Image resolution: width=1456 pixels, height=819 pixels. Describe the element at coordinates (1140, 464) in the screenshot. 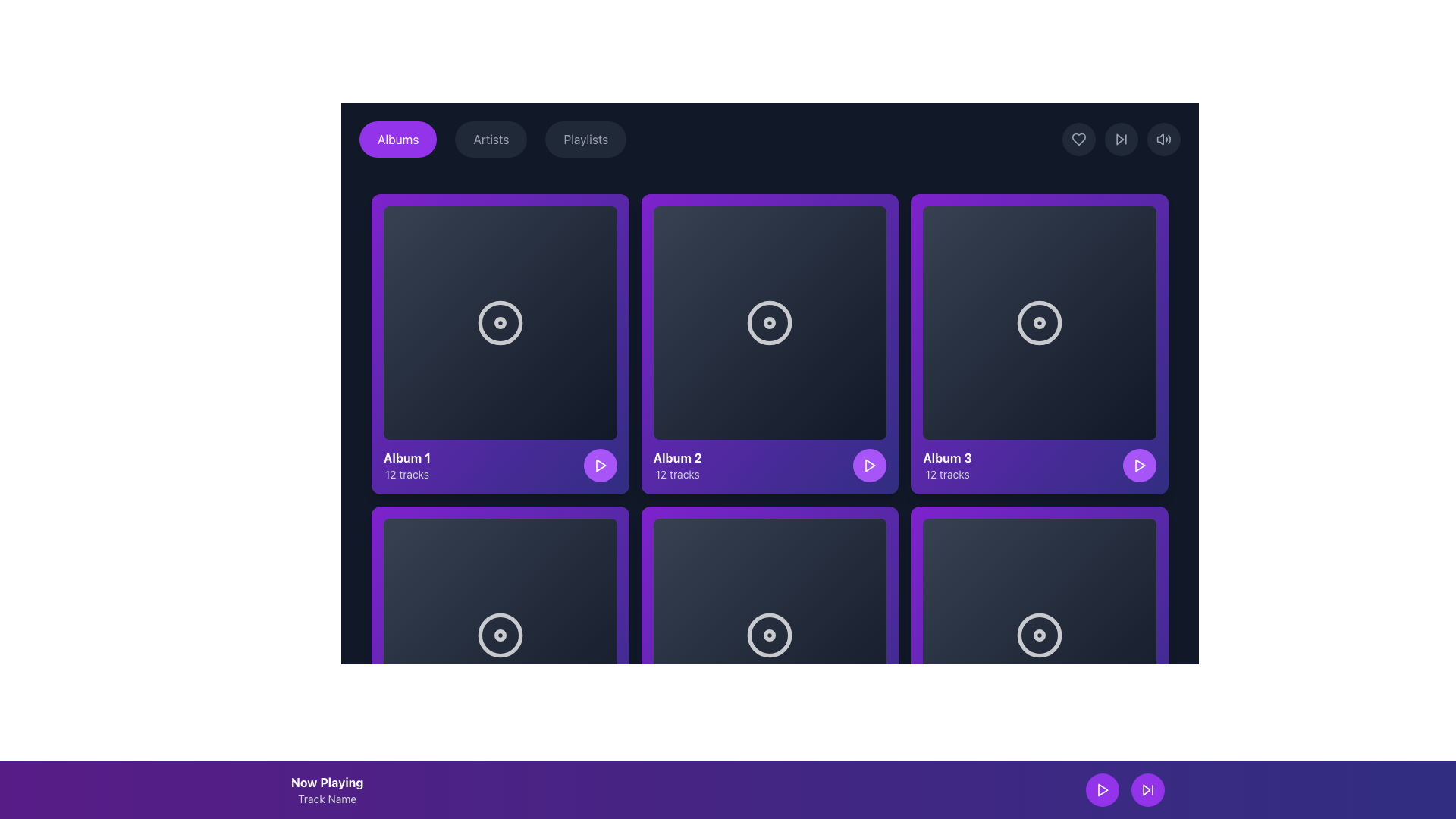

I see `the interactive button with an icon for album playback located in the controls of 'Album 3' to receive additional interaction feedback` at that location.